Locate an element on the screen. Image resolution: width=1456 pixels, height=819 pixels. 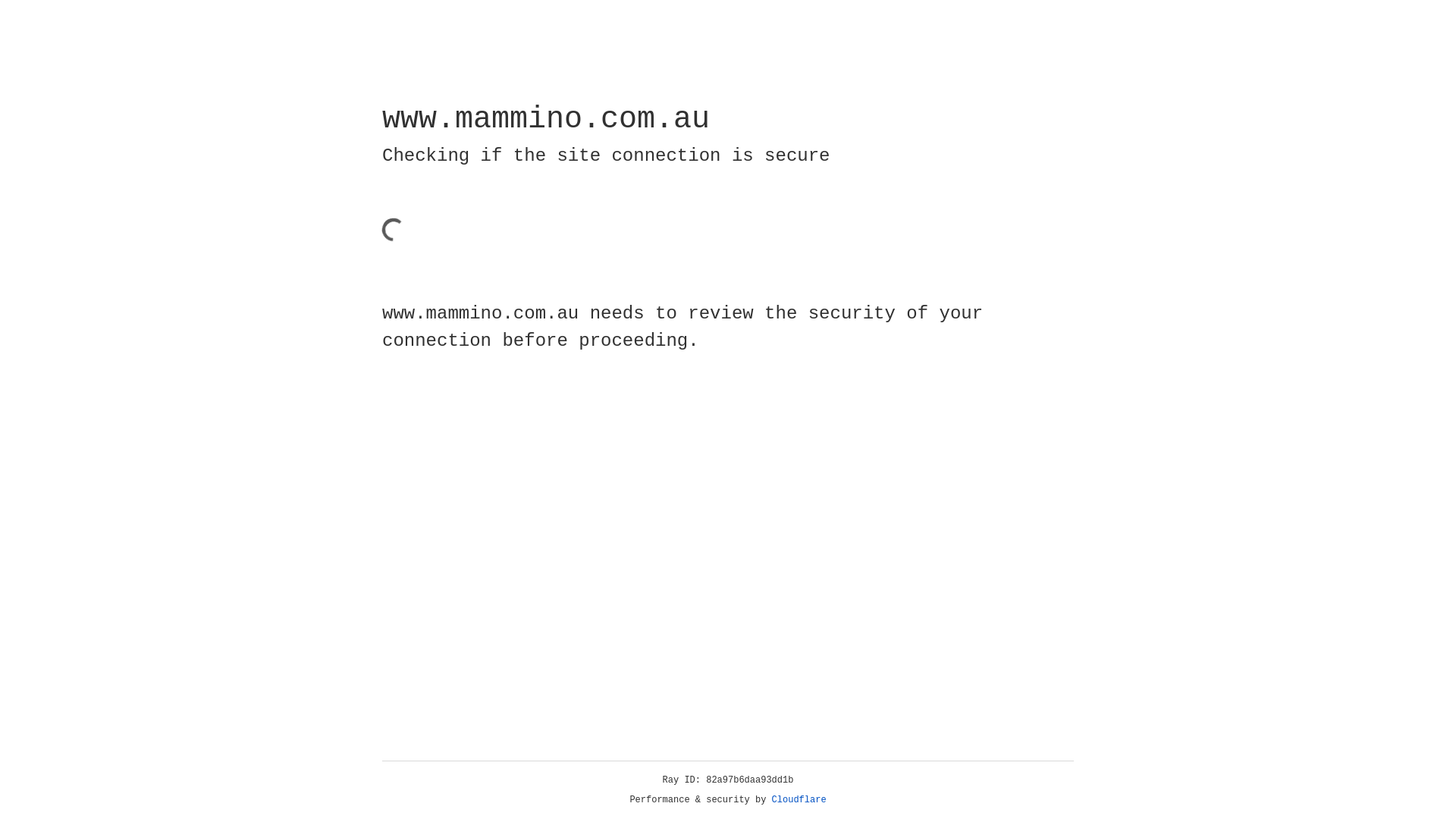
'Cloudflare' is located at coordinates (799, 799).